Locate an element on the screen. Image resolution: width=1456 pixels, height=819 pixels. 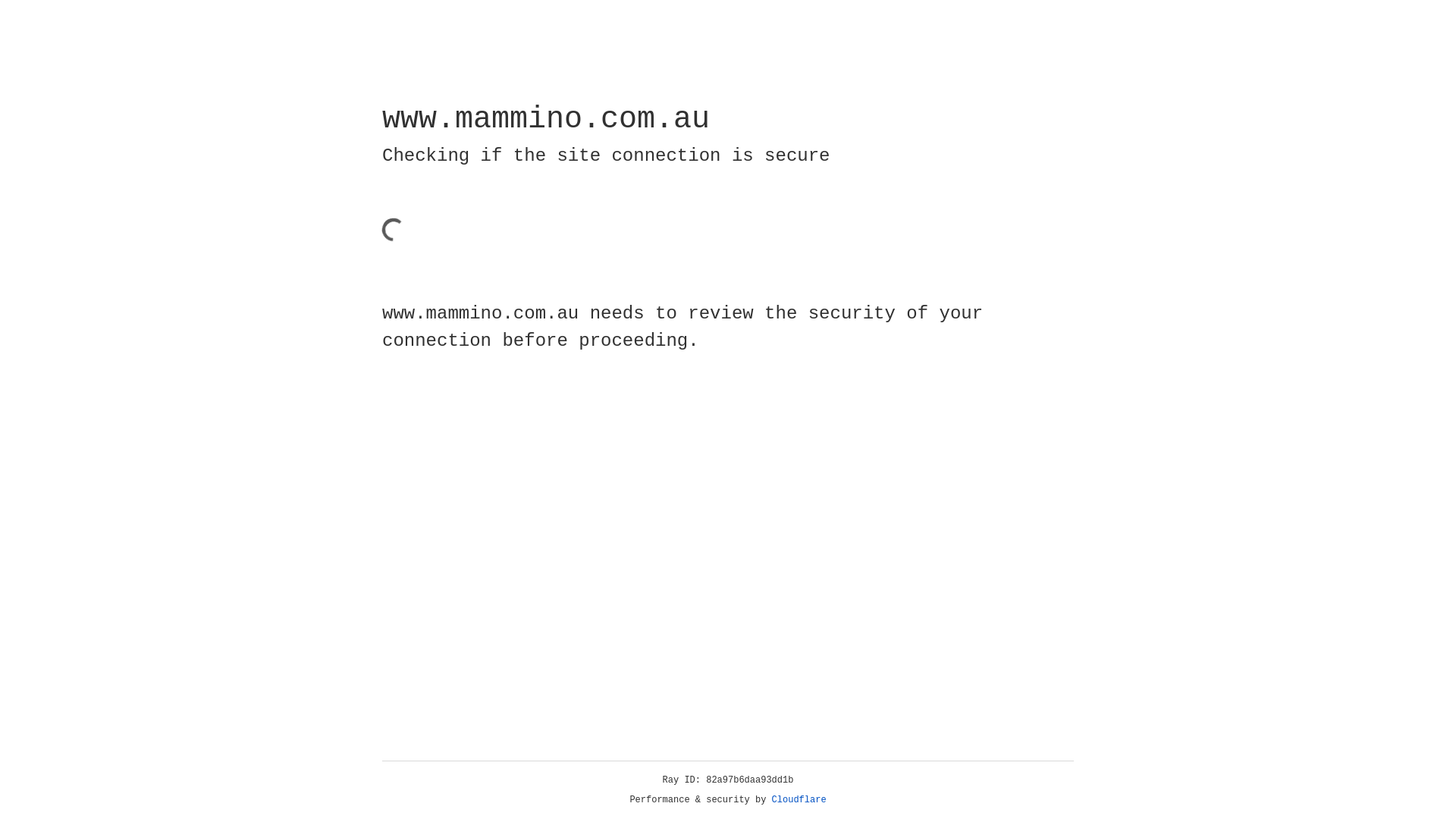
'Cloudflare' is located at coordinates (799, 799).